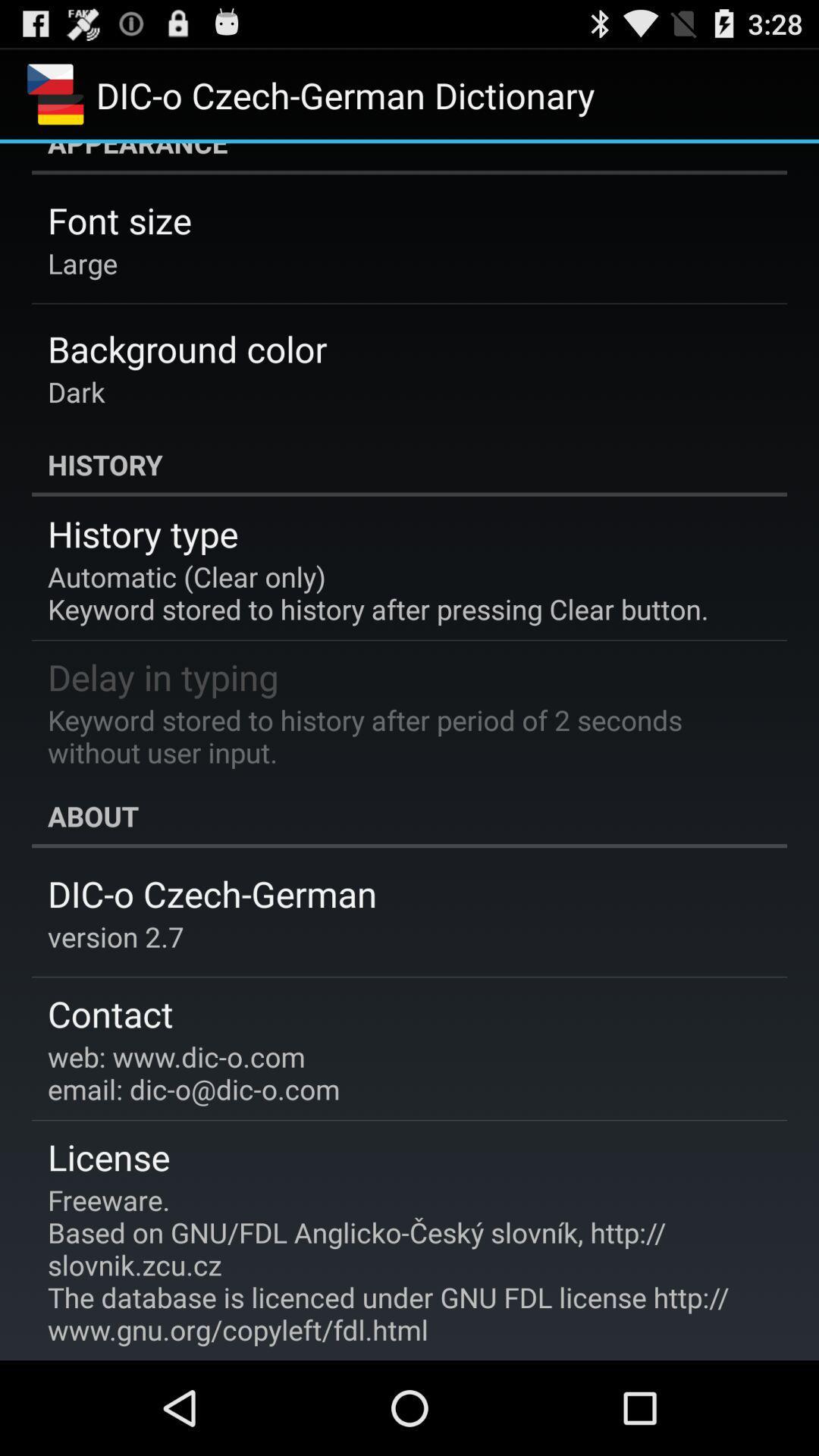 This screenshot has width=819, height=1456. I want to click on automatic clear only icon, so click(377, 591).